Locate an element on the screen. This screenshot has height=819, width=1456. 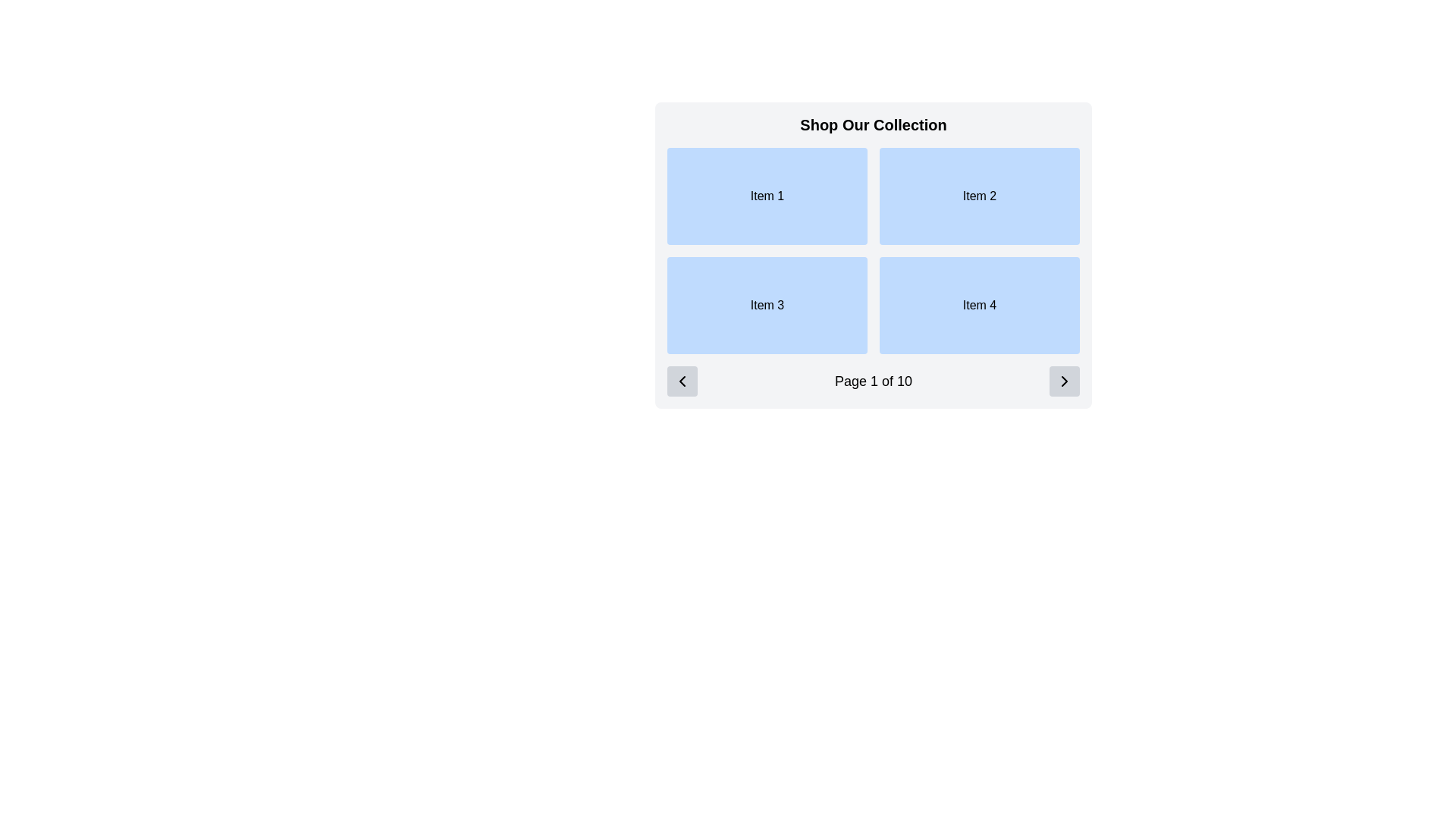
the text element displaying 'Page 1 of 10' located at the bottom of the 'Shop Our Collection' section is located at coordinates (874, 380).